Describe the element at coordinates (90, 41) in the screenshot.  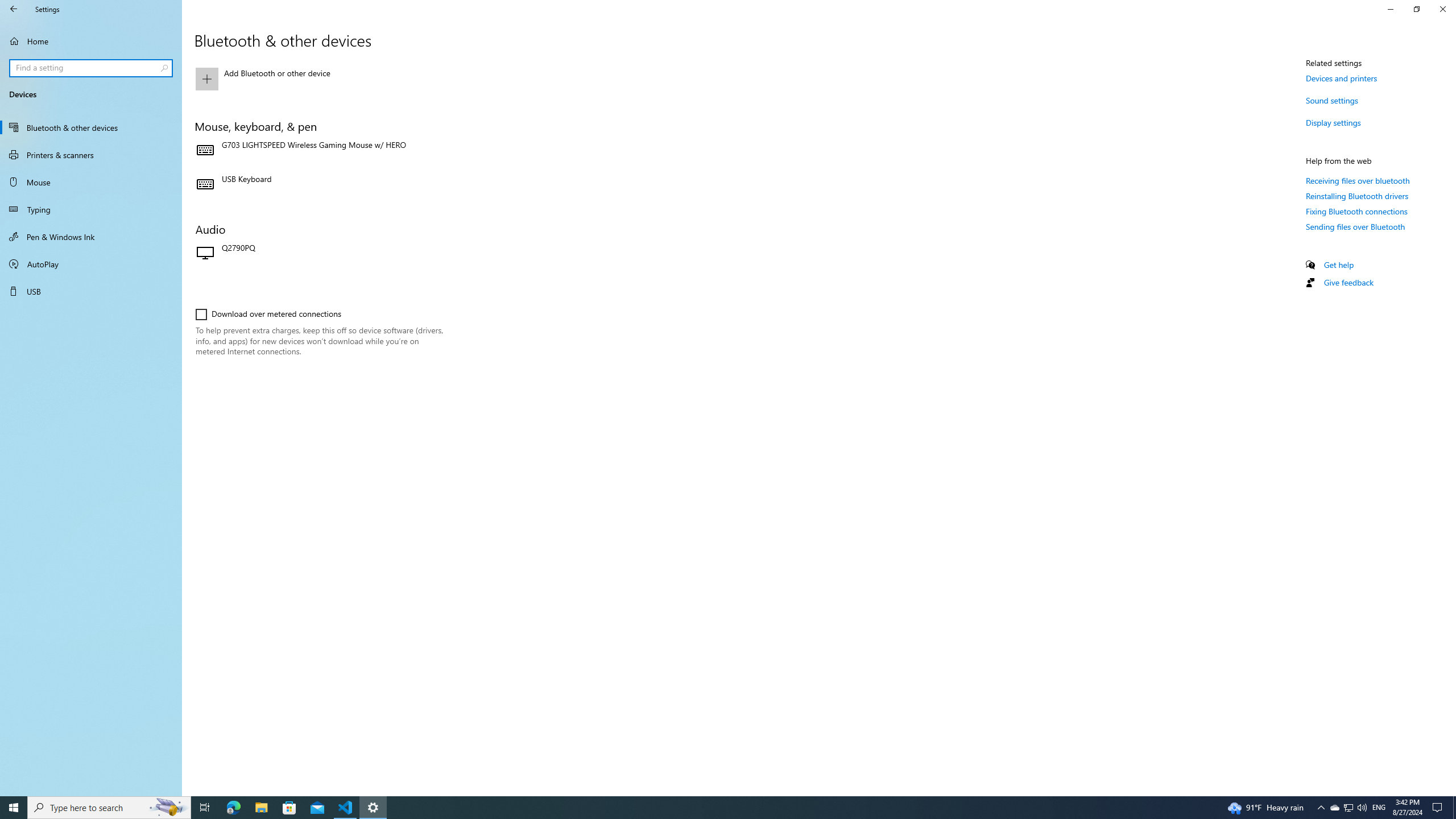
I see `'Home'` at that location.